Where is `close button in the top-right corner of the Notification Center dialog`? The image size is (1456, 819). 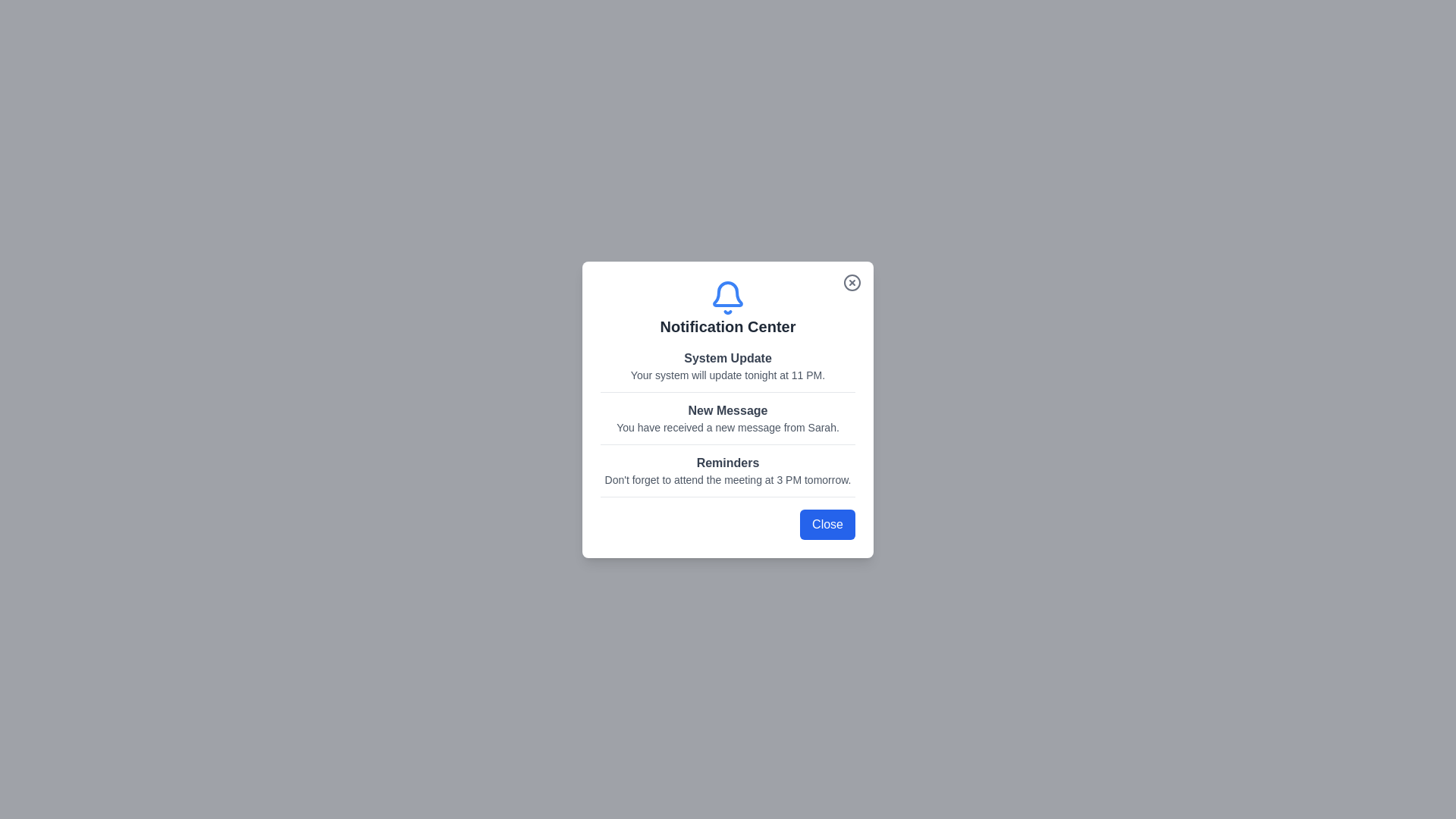 close button in the top-right corner of the Notification Center dialog is located at coordinates (852, 282).